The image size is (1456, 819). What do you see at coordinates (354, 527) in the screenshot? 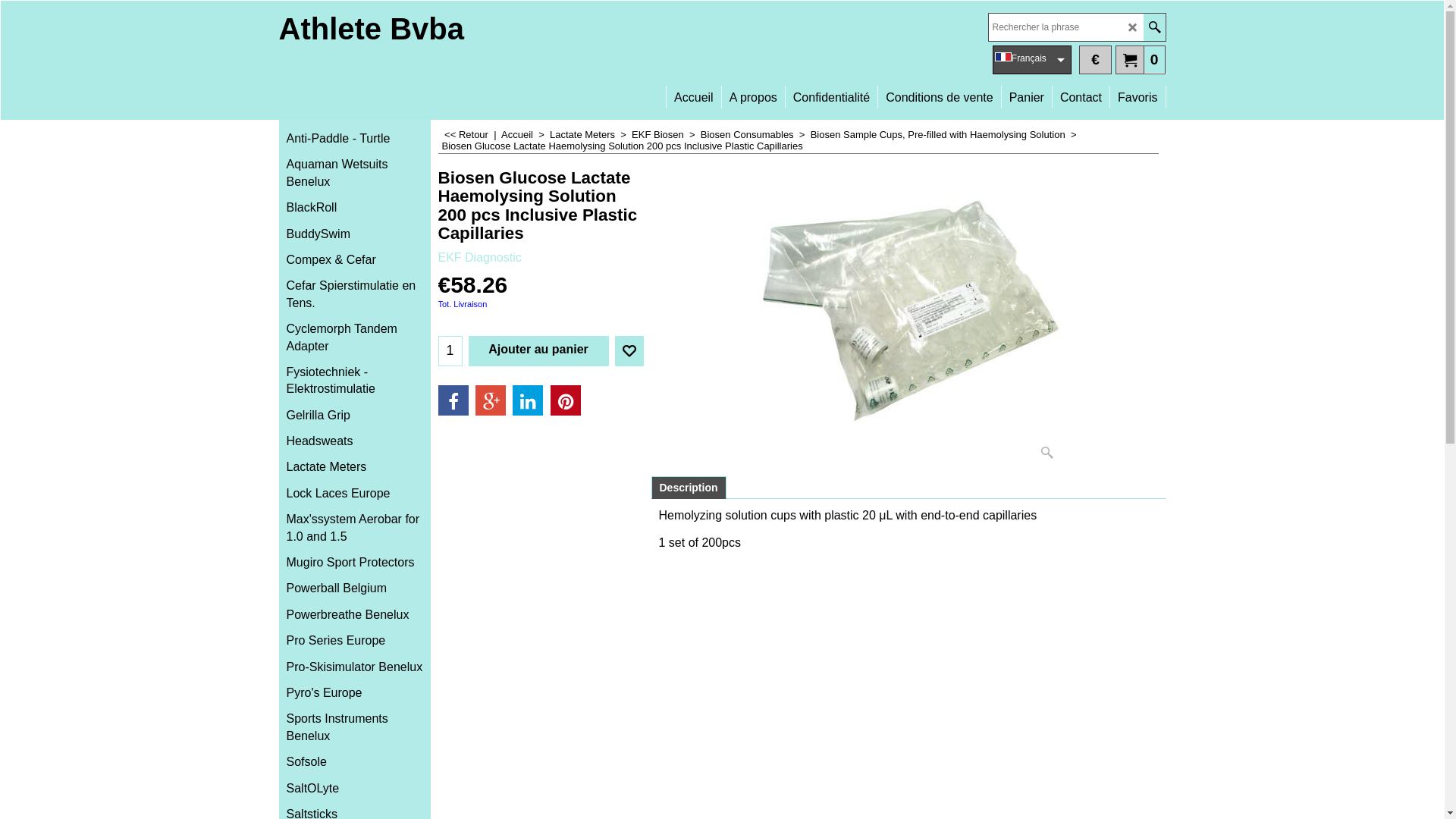
I see `'Max'ssystem Aerobar for 1.0 and 1.5'` at bounding box center [354, 527].